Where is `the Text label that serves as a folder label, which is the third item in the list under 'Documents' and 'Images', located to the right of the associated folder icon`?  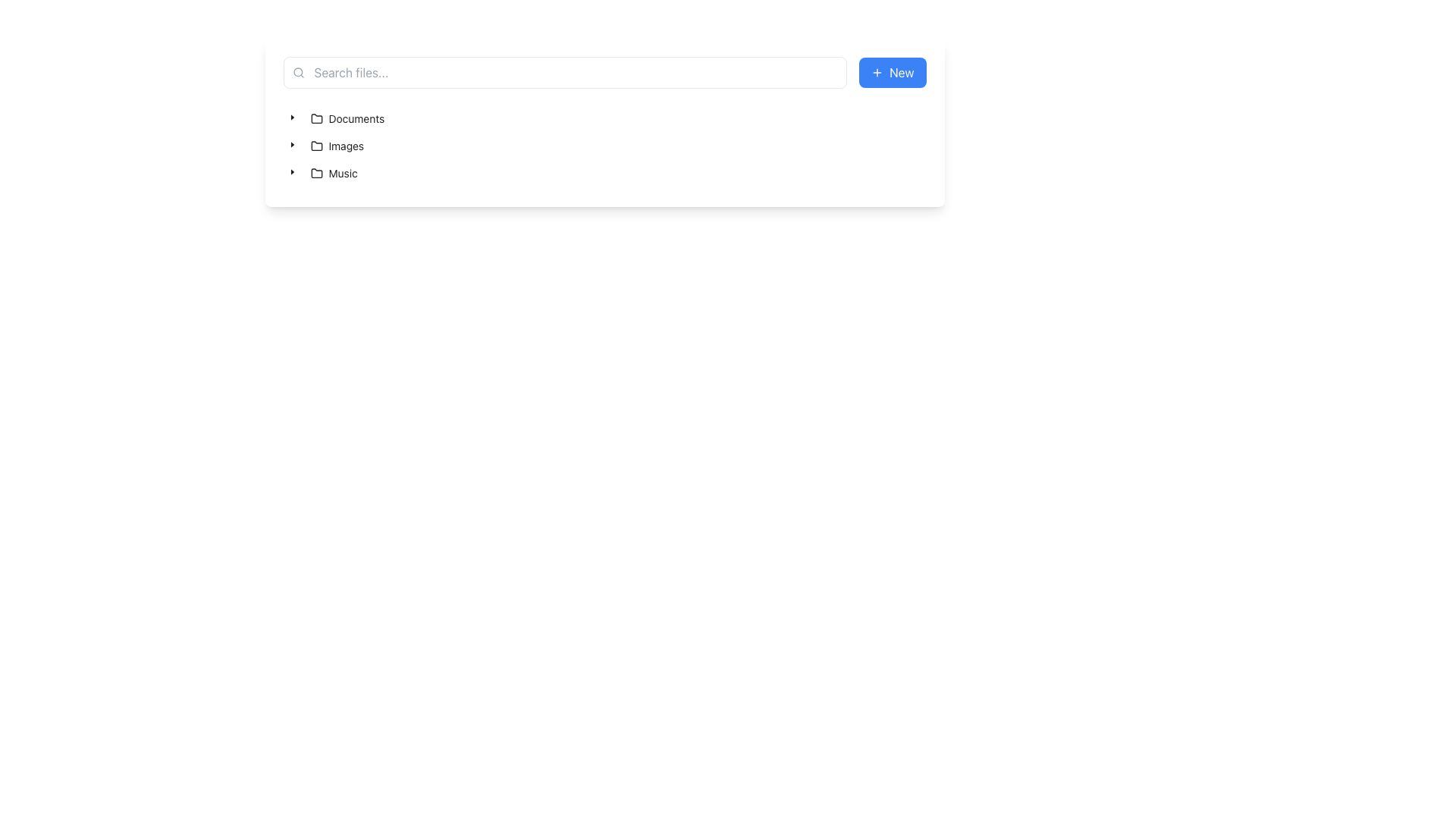
the Text label that serves as a folder label, which is the third item in the list under 'Documents' and 'Images', located to the right of the associated folder icon is located at coordinates (342, 172).